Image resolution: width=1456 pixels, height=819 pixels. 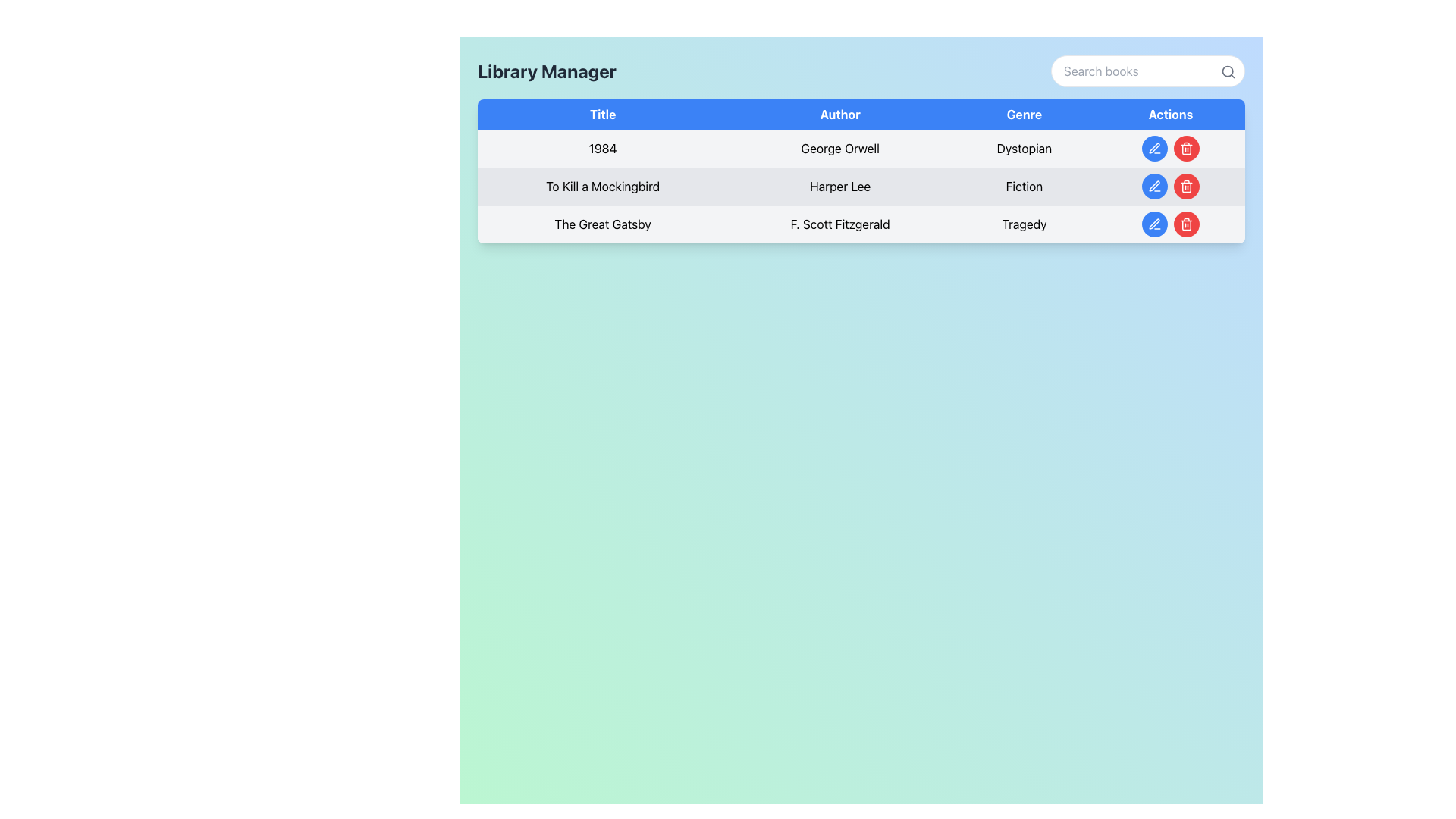 I want to click on the delete icon button in the Actions column of the second row, so click(x=1185, y=186).